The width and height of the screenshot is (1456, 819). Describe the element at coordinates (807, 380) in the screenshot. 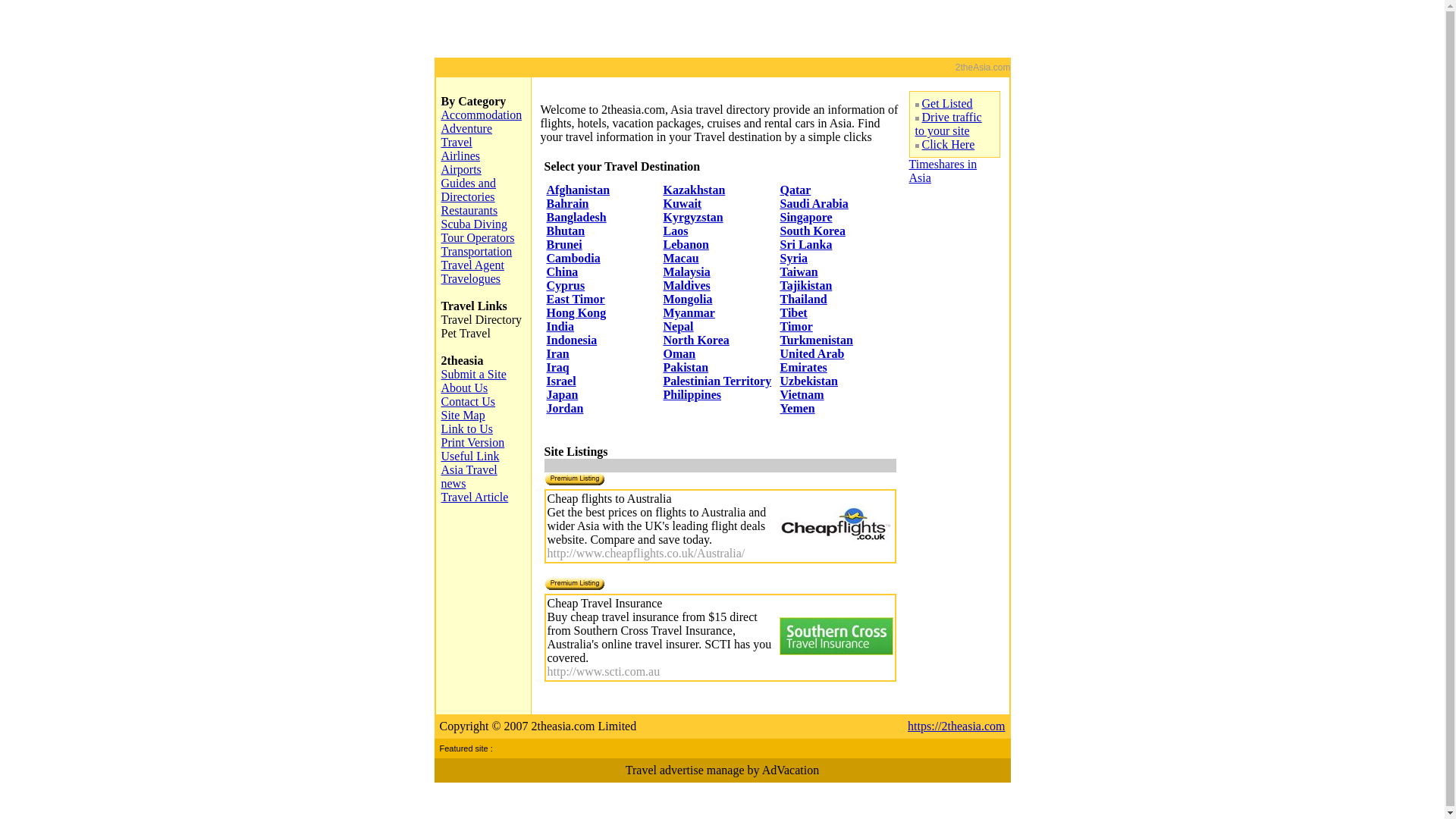

I see `'Uzbekistan'` at that location.